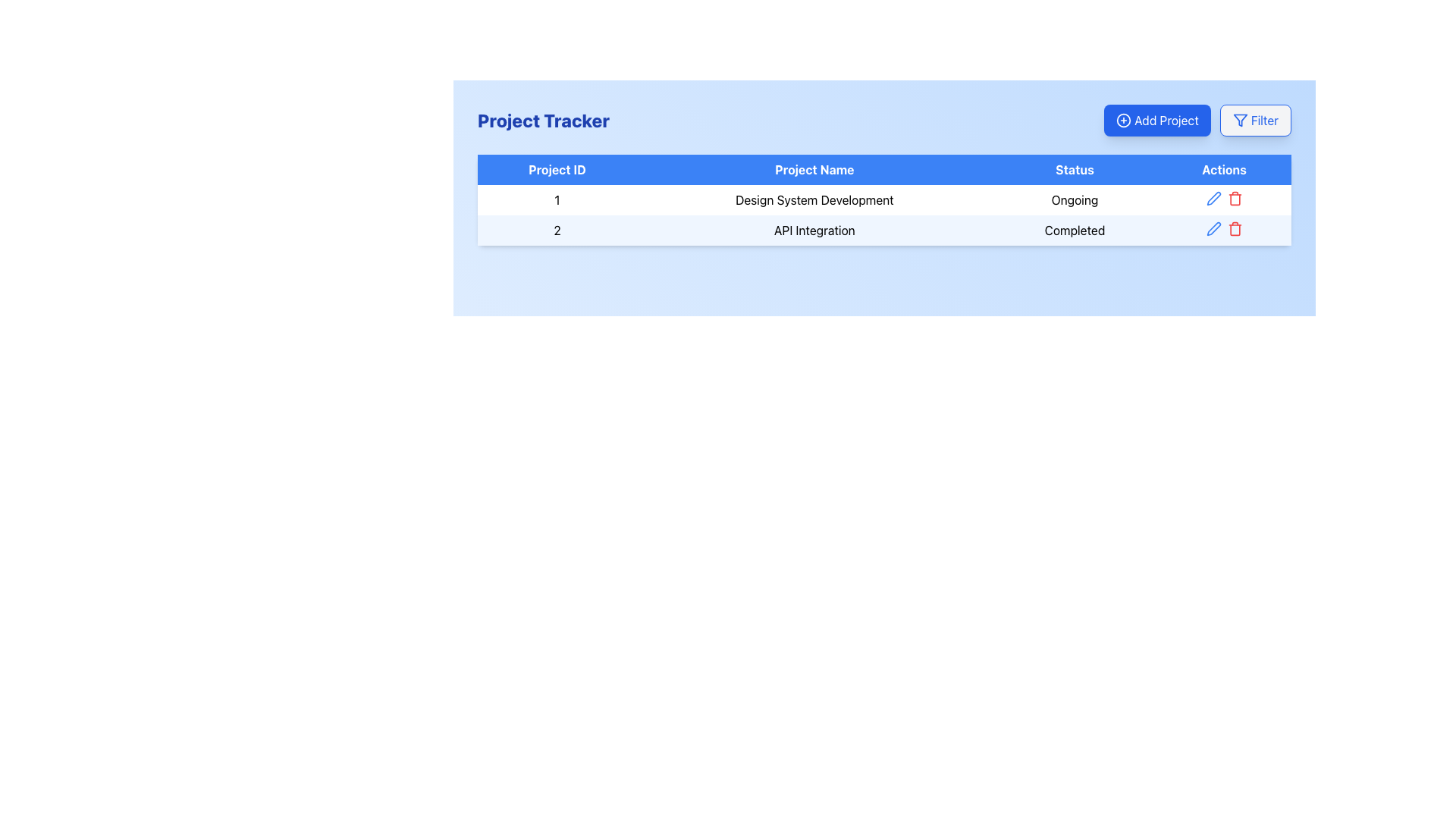  What do you see at coordinates (1156, 119) in the screenshot?
I see `the 'Add Project' button, which has a blue background and displays a '+' icon and white text` at bounding box center [1156, 119].